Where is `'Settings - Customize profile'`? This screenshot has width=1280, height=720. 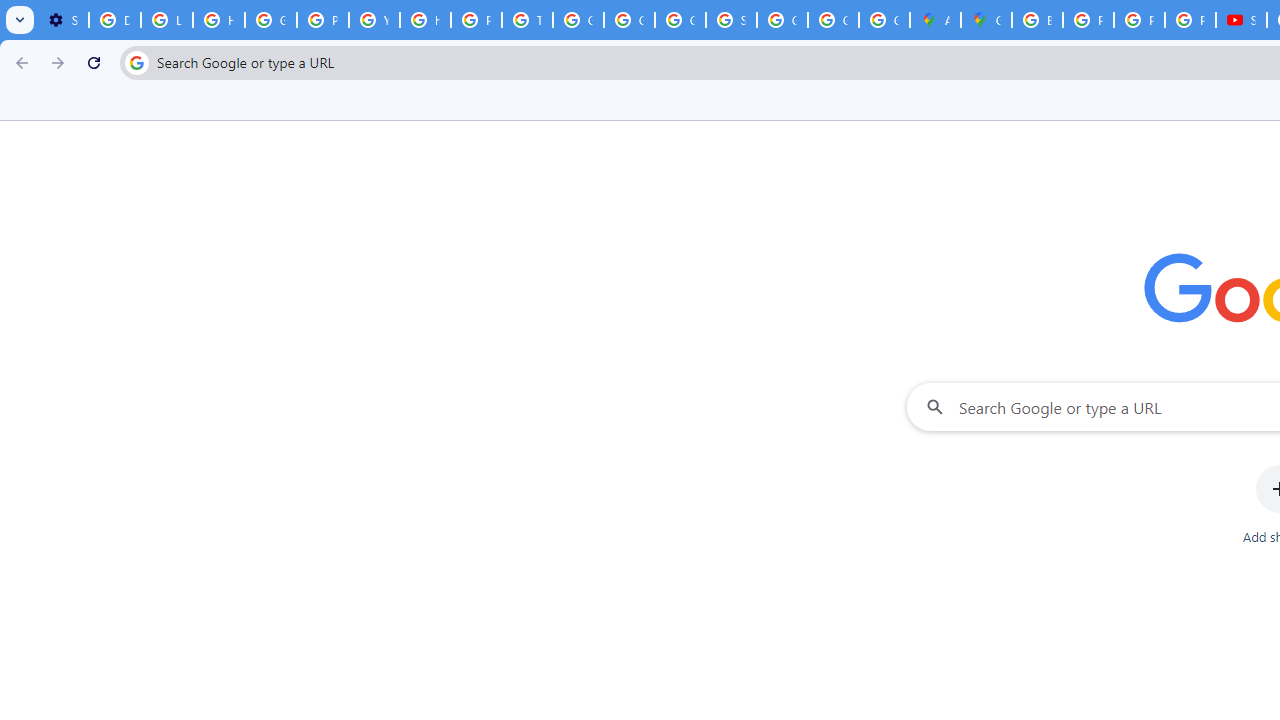 'Settings - Customize profile' is located at coordinates (63, 20).